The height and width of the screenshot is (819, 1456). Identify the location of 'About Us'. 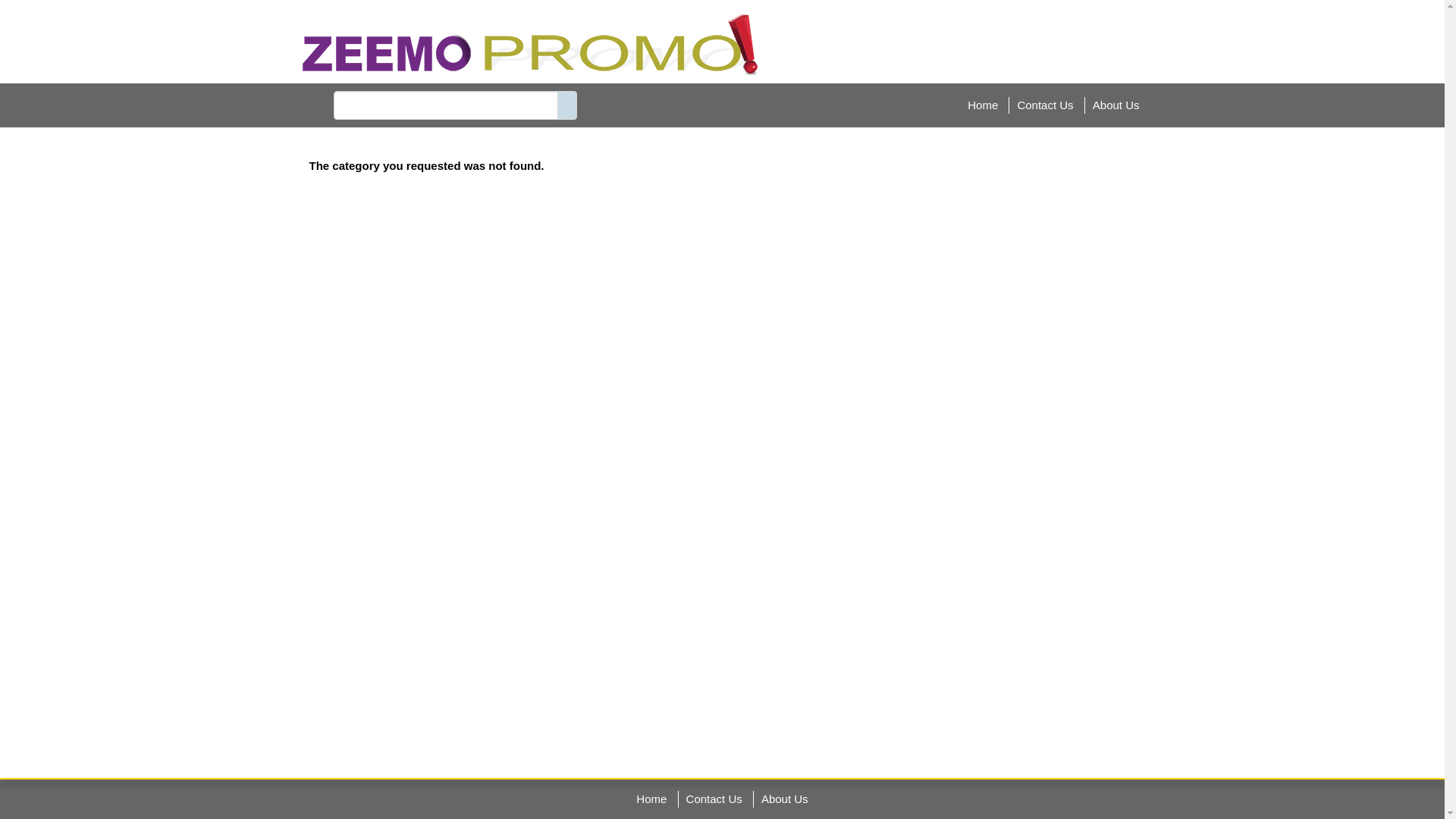
(1092, 104).